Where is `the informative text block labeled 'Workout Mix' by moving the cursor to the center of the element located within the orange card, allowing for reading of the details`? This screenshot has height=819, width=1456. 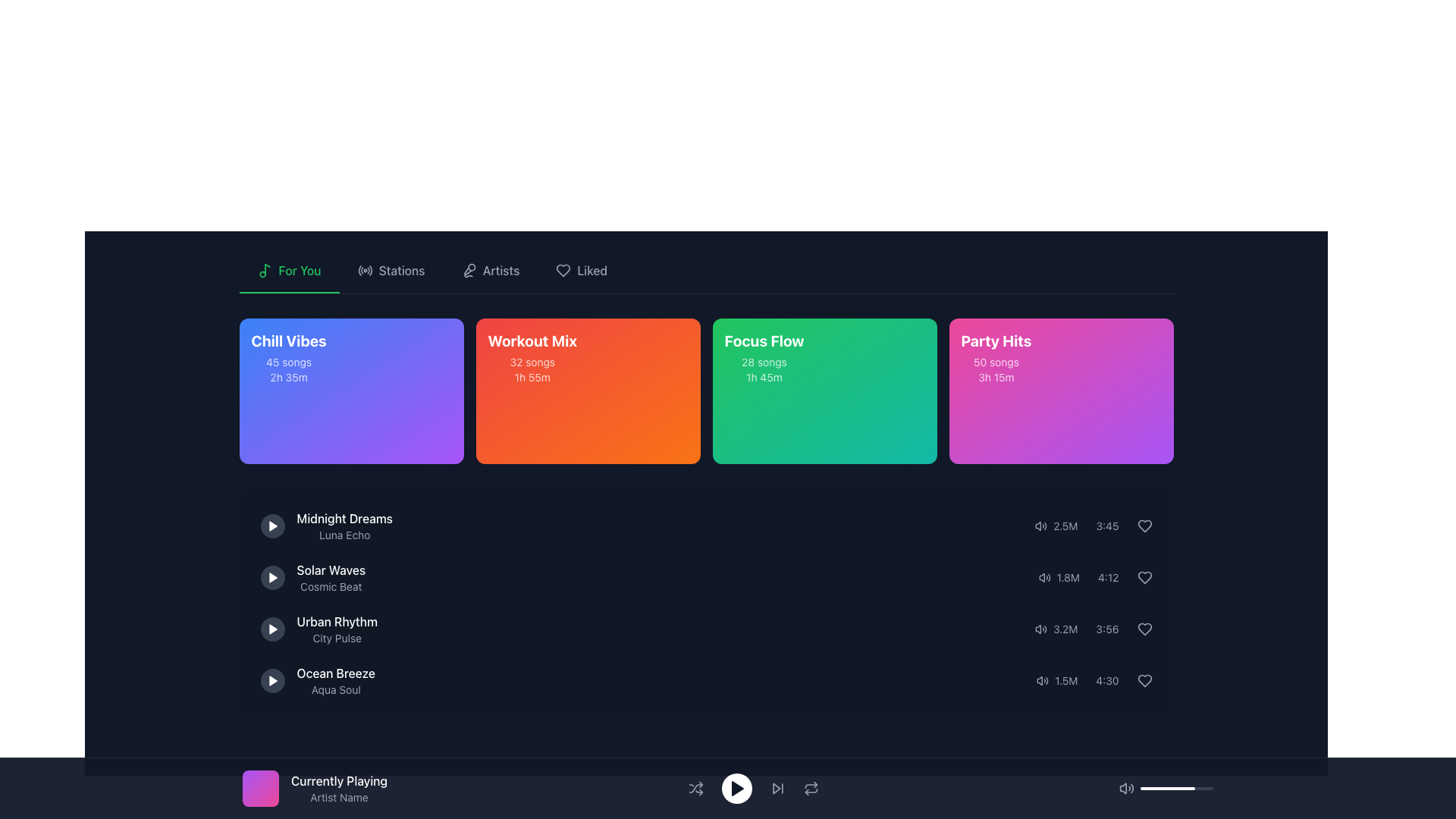 the informative text block labeled 'Workout Mix' by moving the cursor to the center of the element located within the orange card, allowing for reading of the details is located at coordinates (532, 357).